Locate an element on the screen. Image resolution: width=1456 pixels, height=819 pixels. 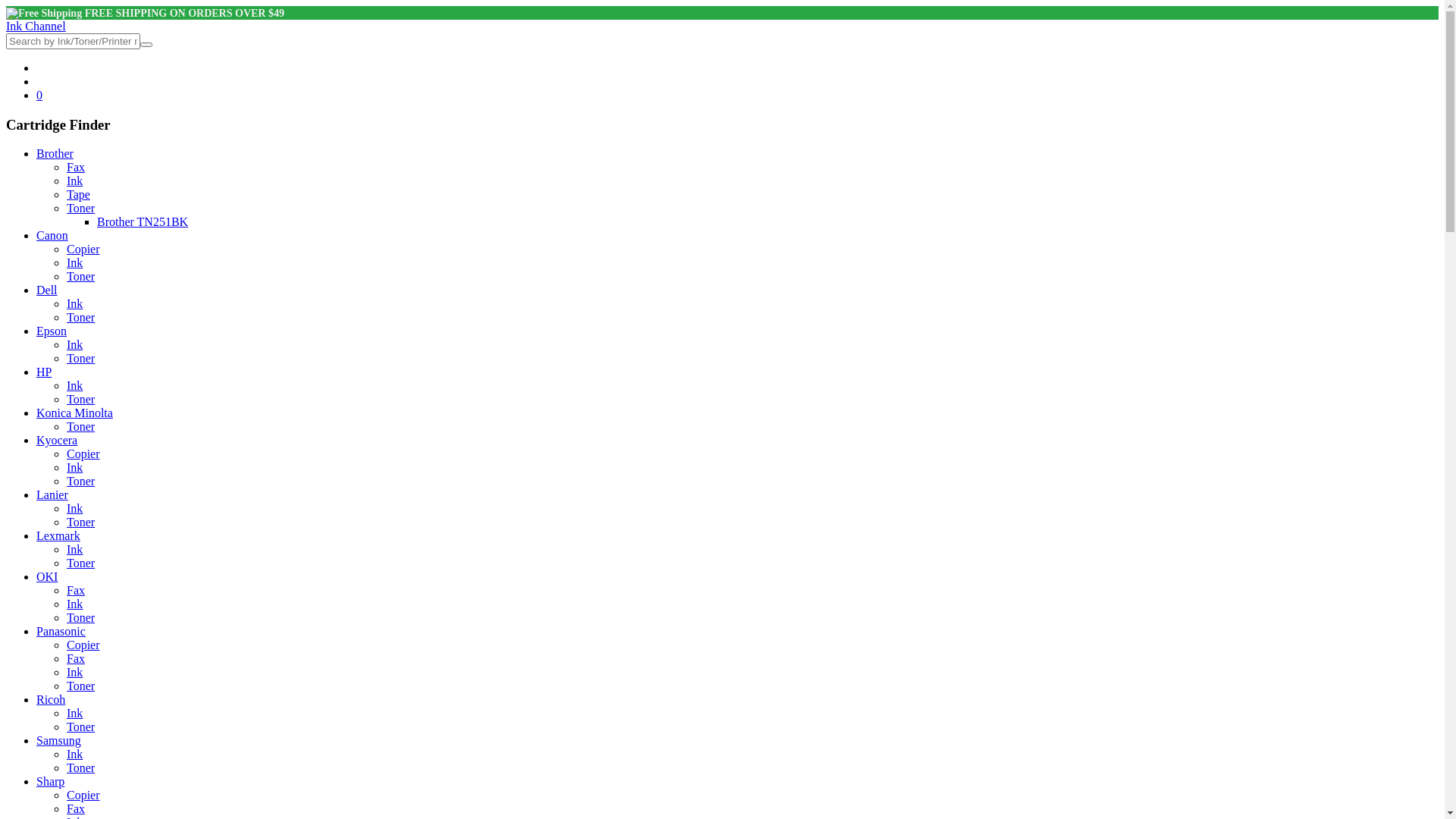
'Dell' is located at coordinates (47, 290).